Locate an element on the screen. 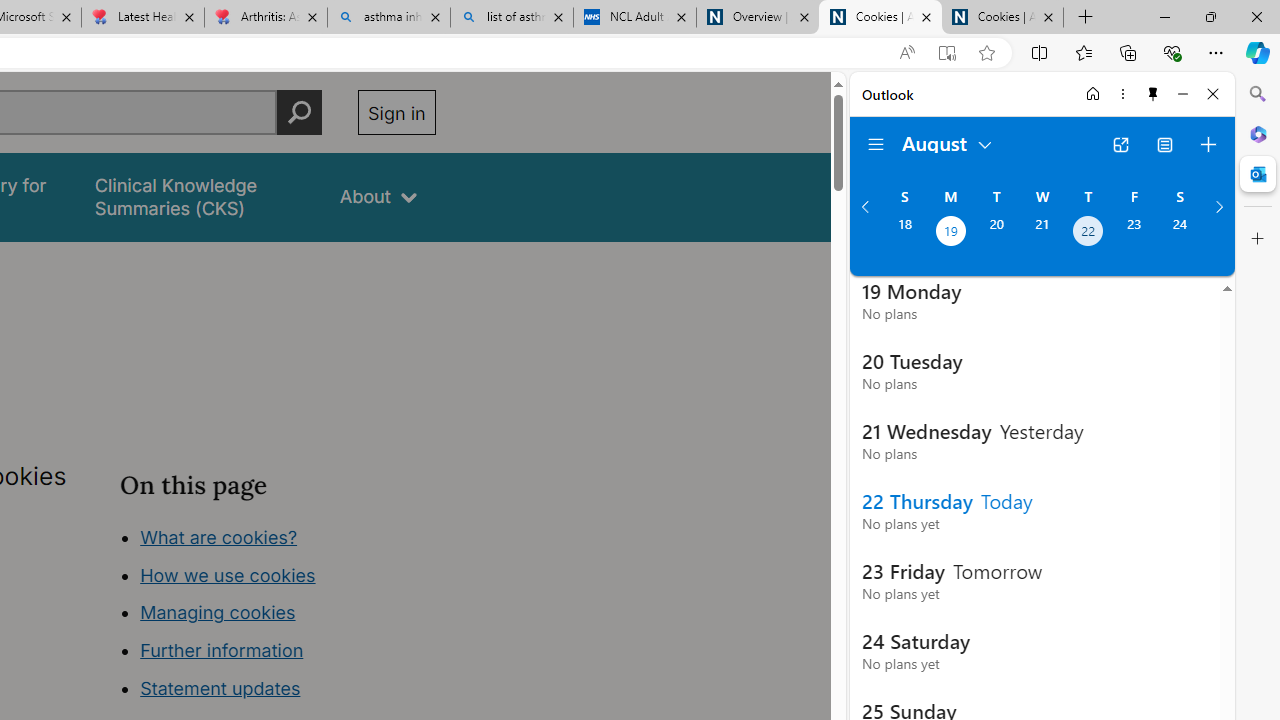 The height and width of the screenshot is (720, 1280). 'Close Customize pane' is located at coordinates (1257, 238).